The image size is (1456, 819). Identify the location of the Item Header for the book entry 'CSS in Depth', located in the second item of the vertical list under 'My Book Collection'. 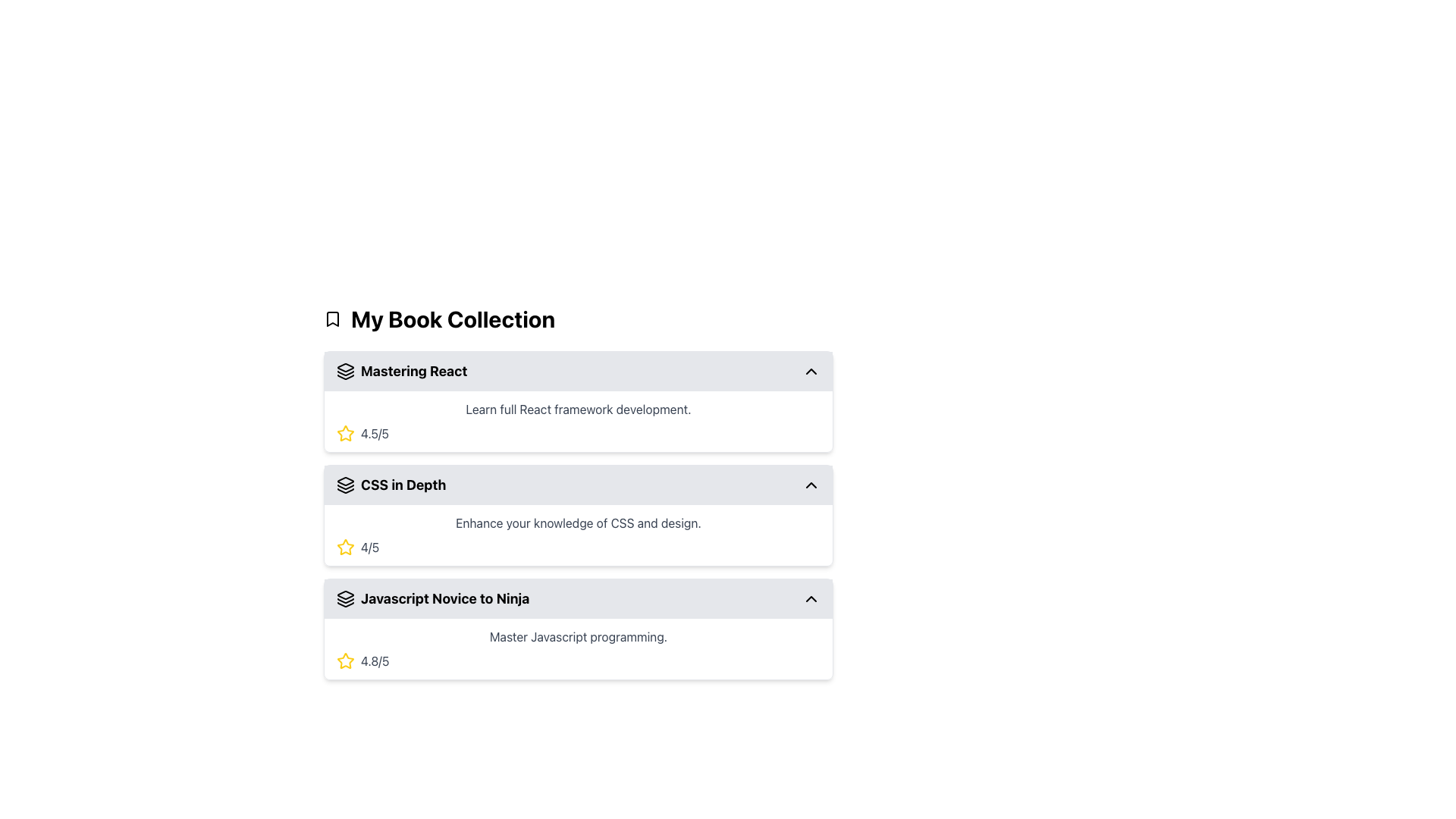
(391, 485).